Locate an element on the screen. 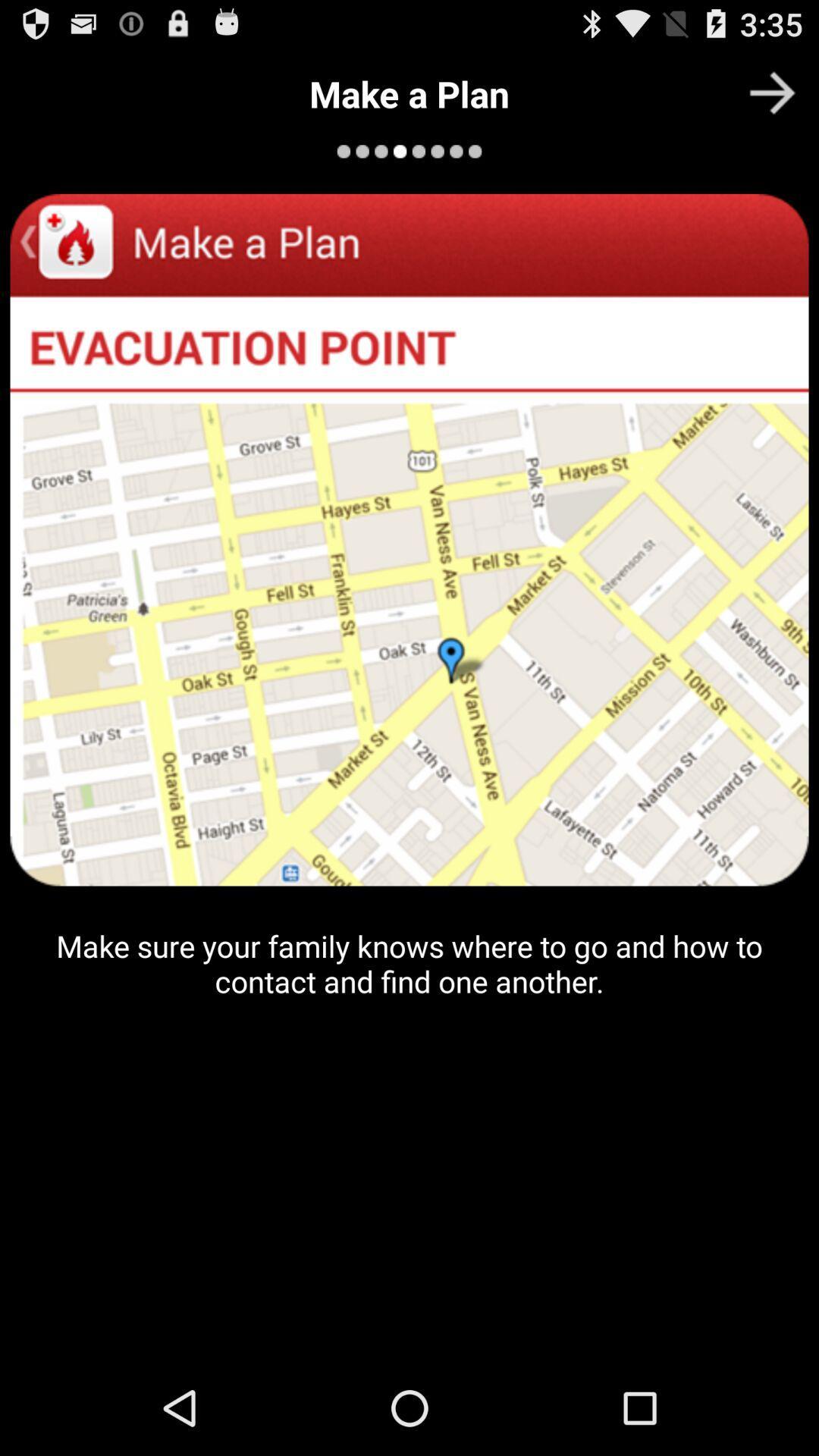 This screenshot has width=819, height=1456. next is located at coordinates (772, 92).